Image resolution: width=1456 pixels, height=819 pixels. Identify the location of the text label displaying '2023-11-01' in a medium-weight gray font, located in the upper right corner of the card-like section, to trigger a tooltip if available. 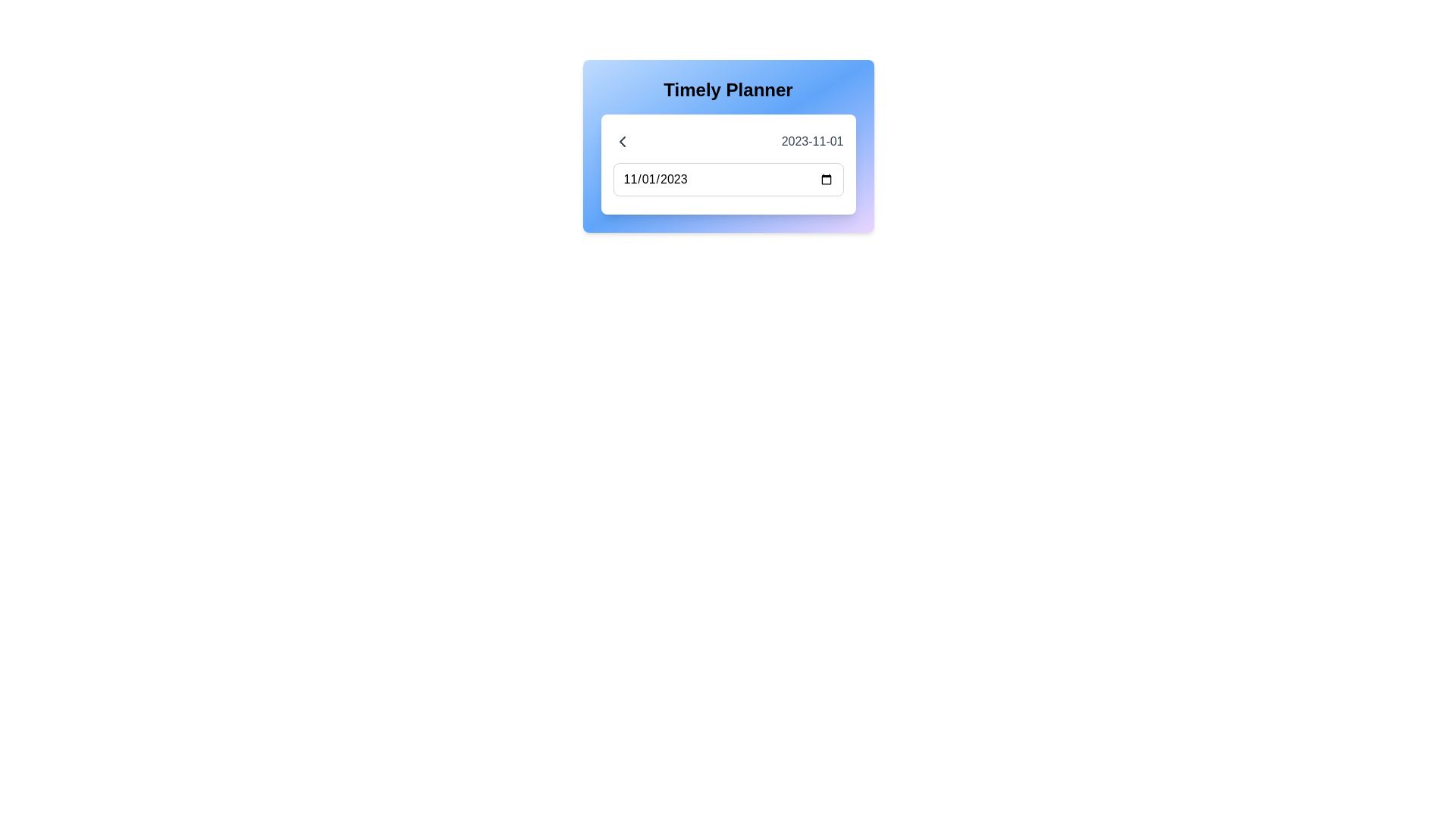
(811, 141).